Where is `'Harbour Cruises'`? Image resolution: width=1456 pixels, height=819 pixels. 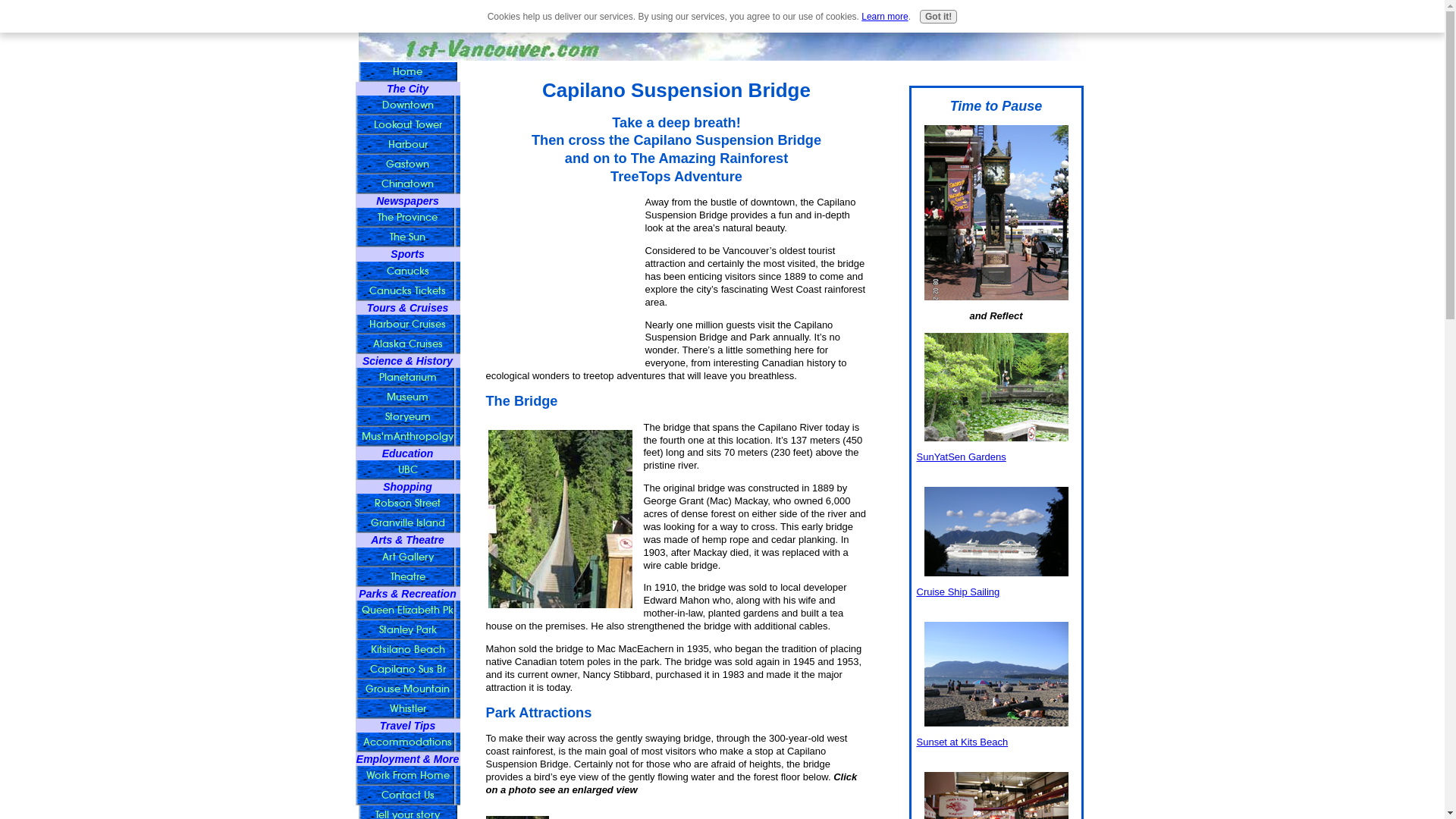
'Harbour Cruises' is located at coordinates (407, 324).